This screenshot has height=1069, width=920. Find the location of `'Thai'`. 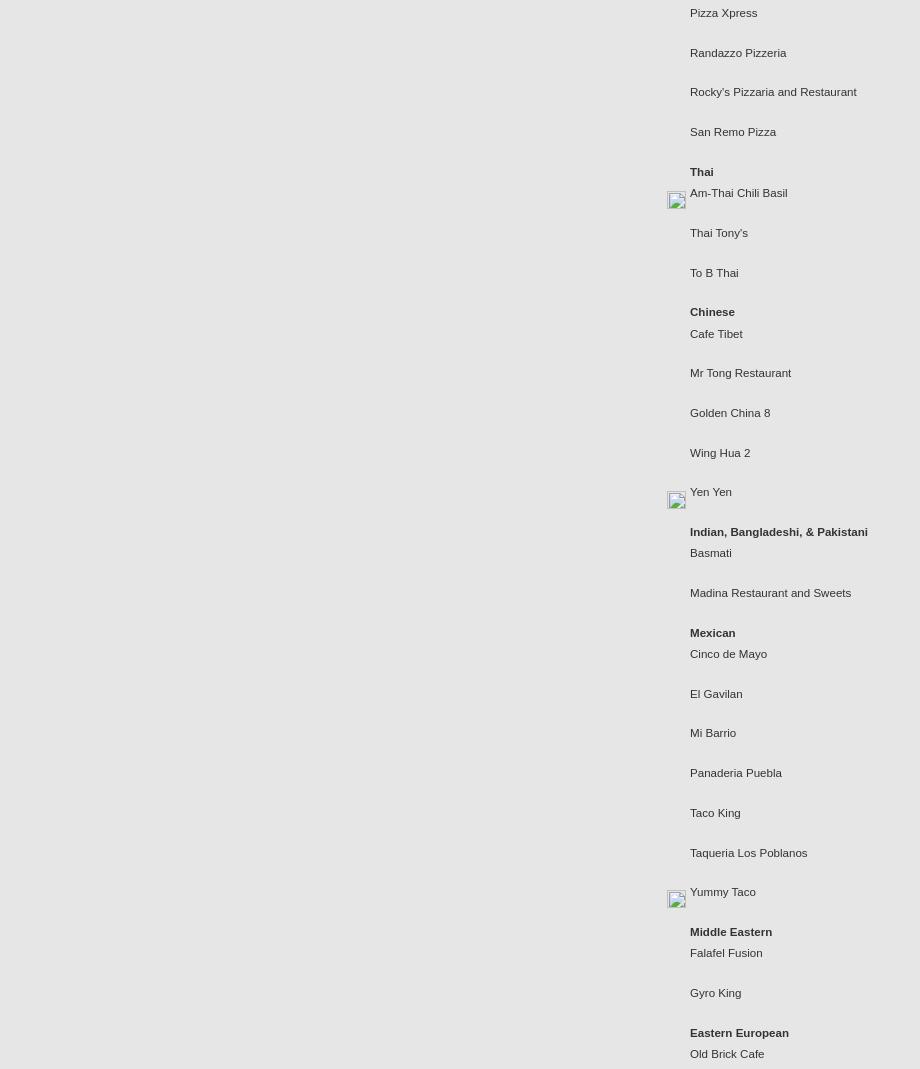

'Thai' is located at coordinates (690, 171).